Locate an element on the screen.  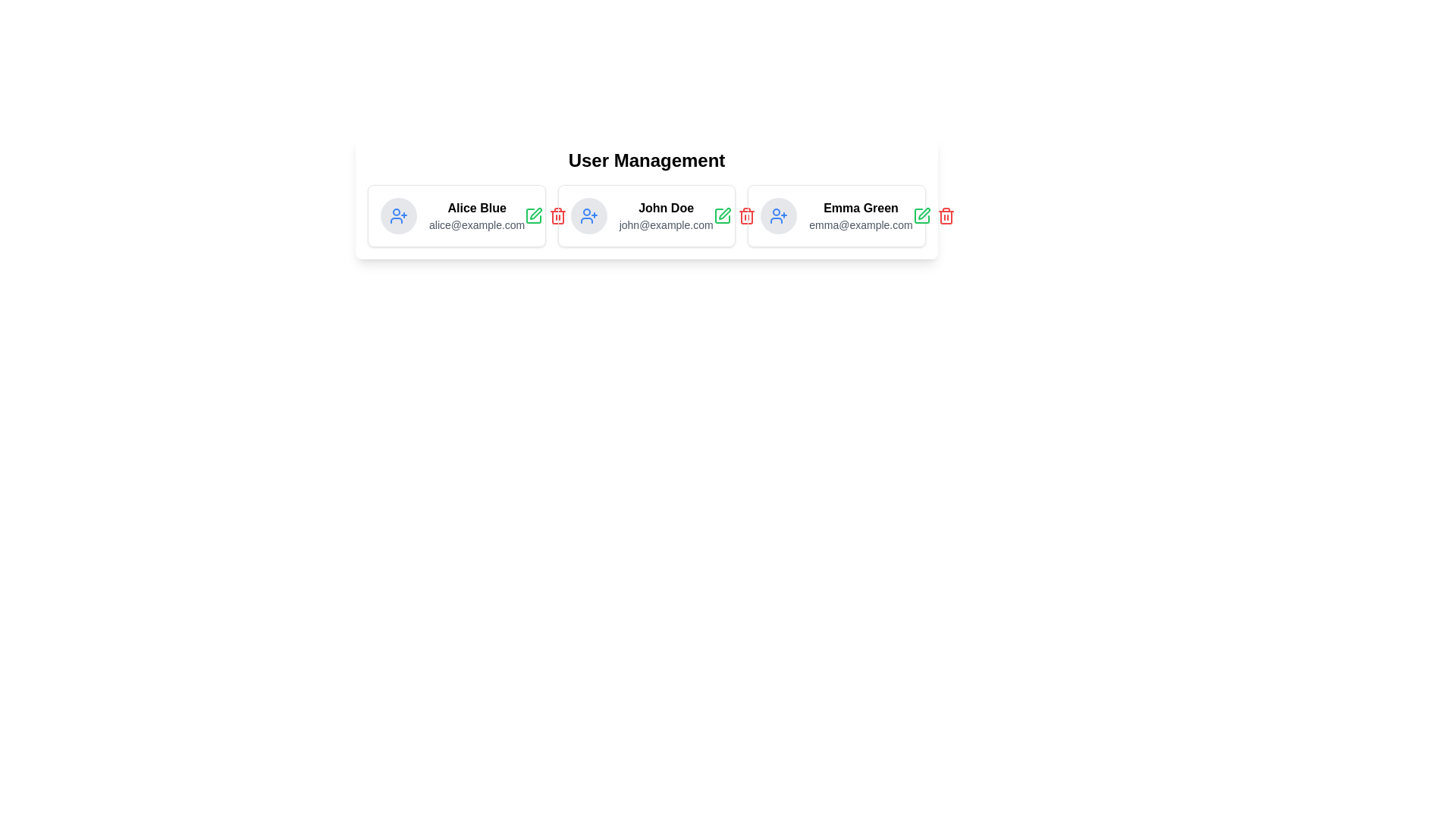
the Information Display Card for 'Alice Blue', which features a rounded profile icon with a user-add symbol and displays the email 'alice@example.com' beneath the title in bold font is located at coordinates (451, 216).